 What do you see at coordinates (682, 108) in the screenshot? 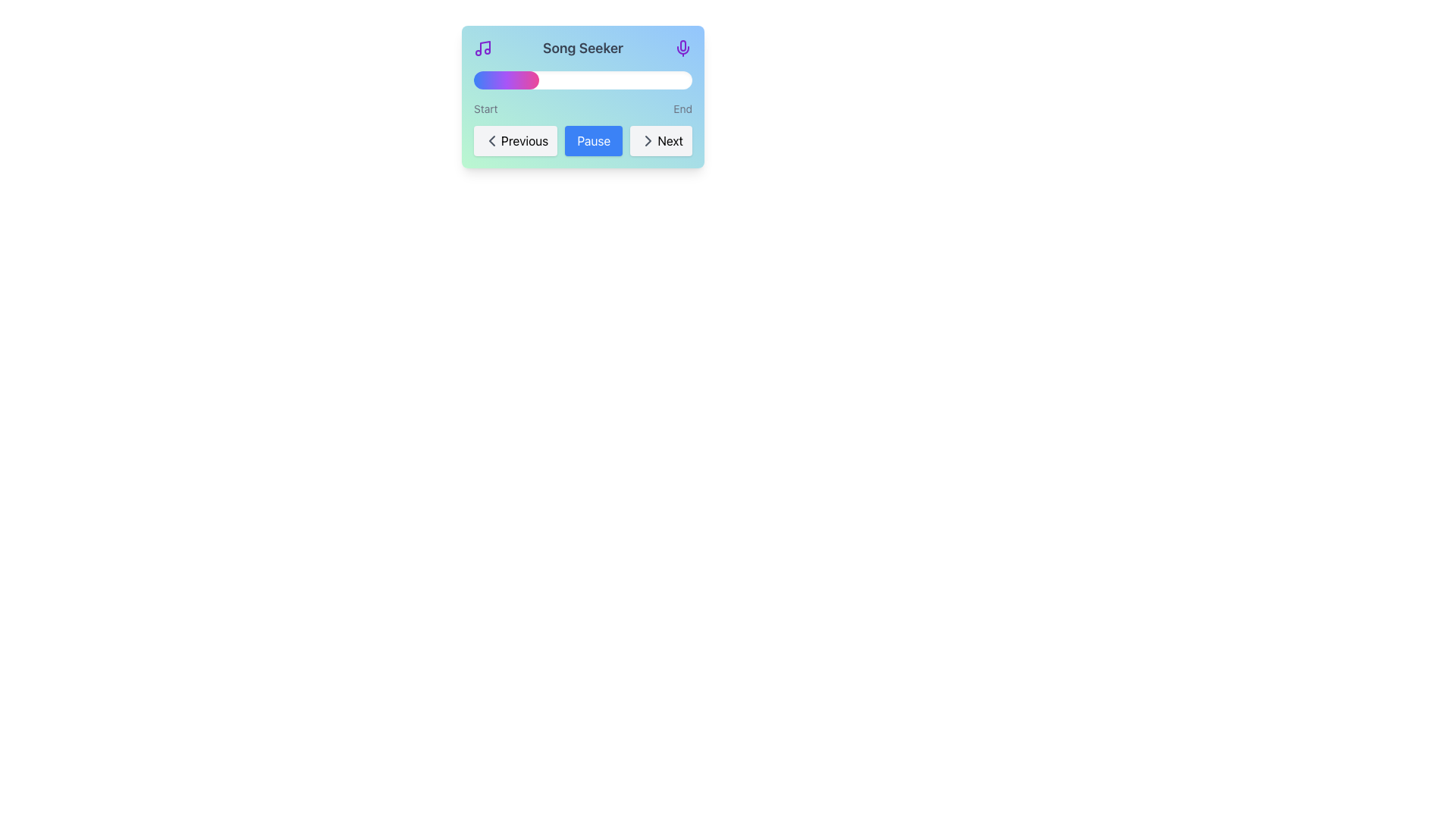
I see `the 'End' text label, which displays 'End' in light gray and is positioned to the right of the 'Start' label` at bounding box center [682, 108].